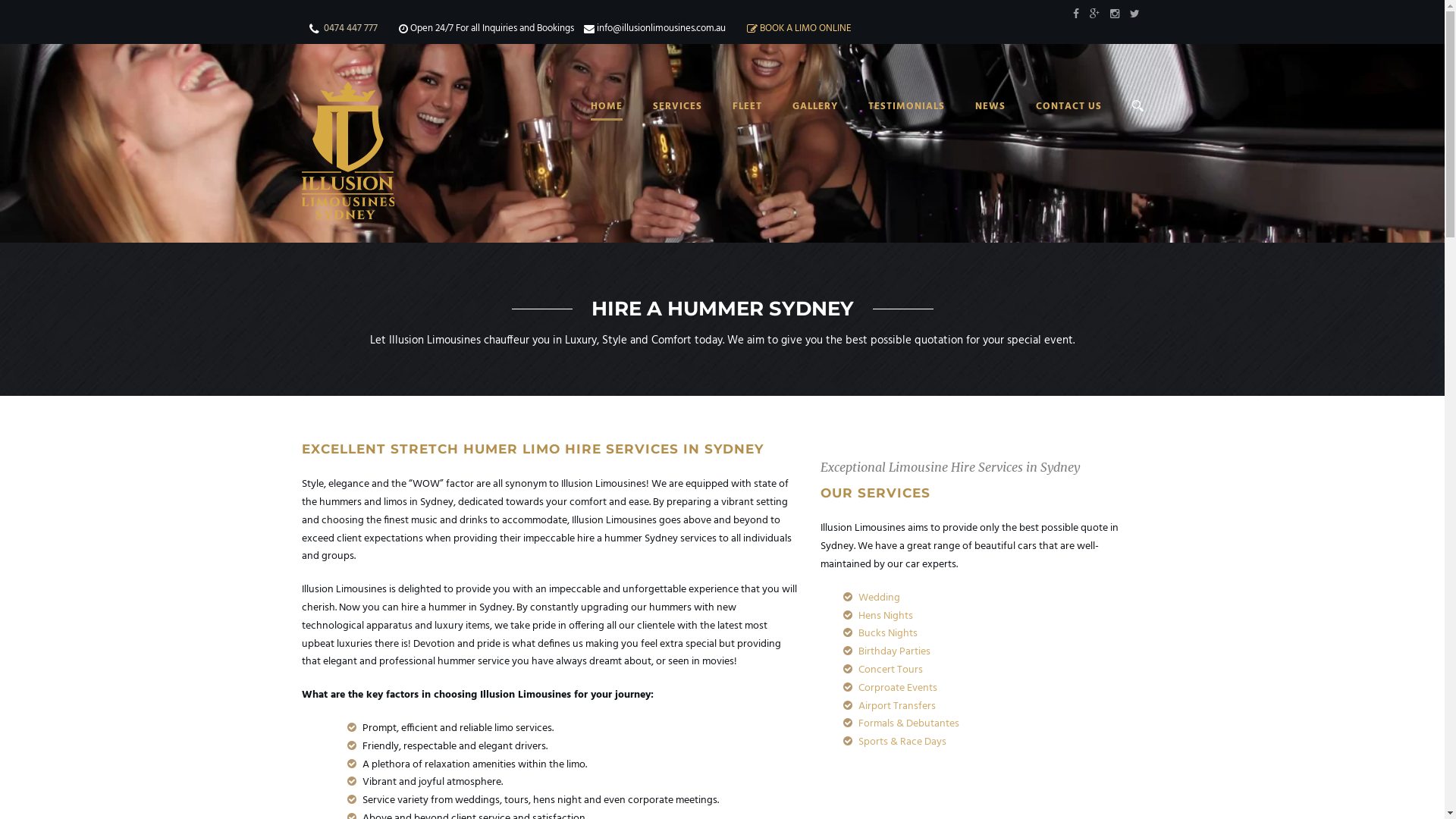  I want to click on 'FLEET', so click(732, 123).